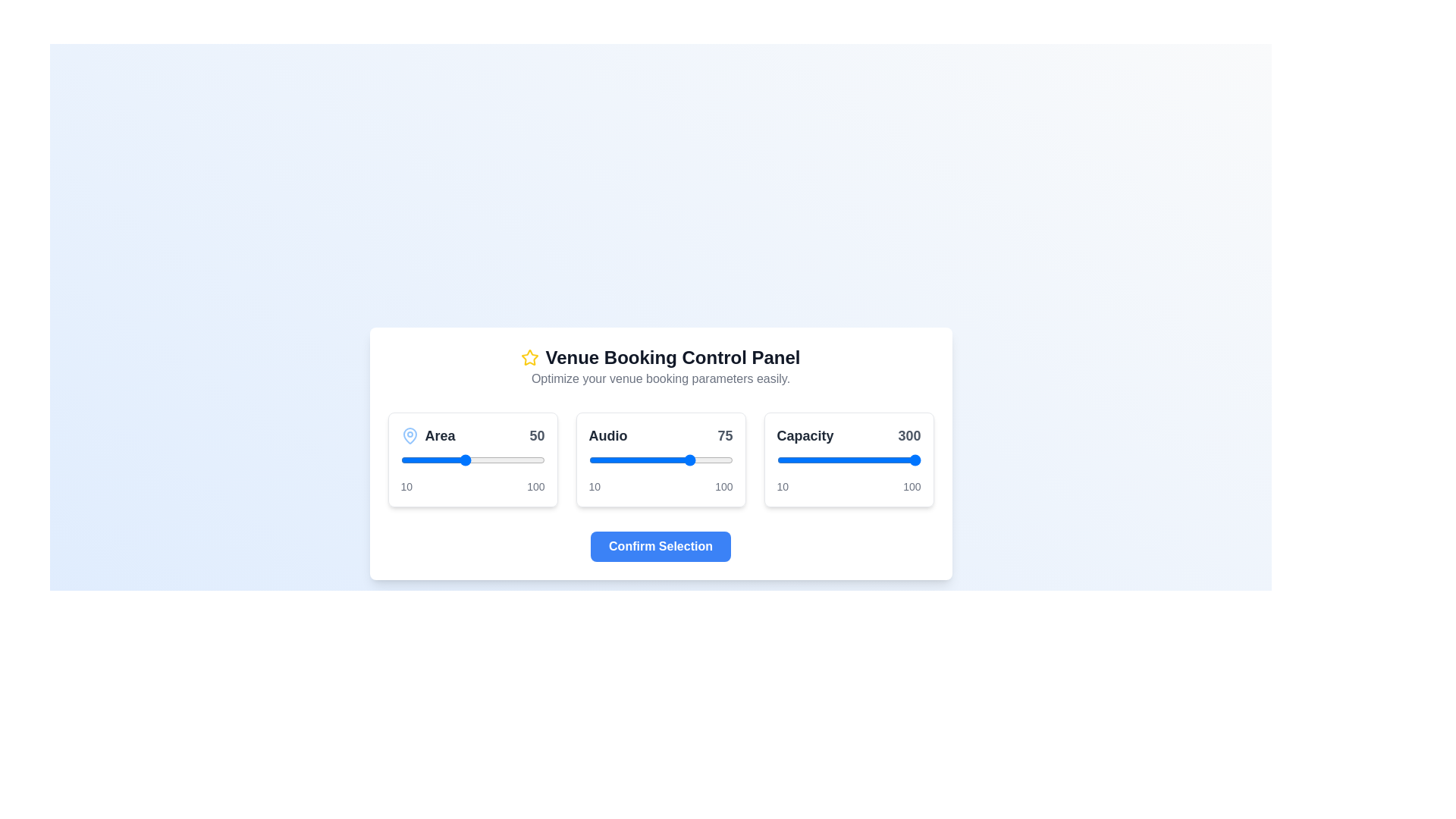  Describe the element at coordinates (604, 459) in the screenshot. I see `the audio level` at that location.